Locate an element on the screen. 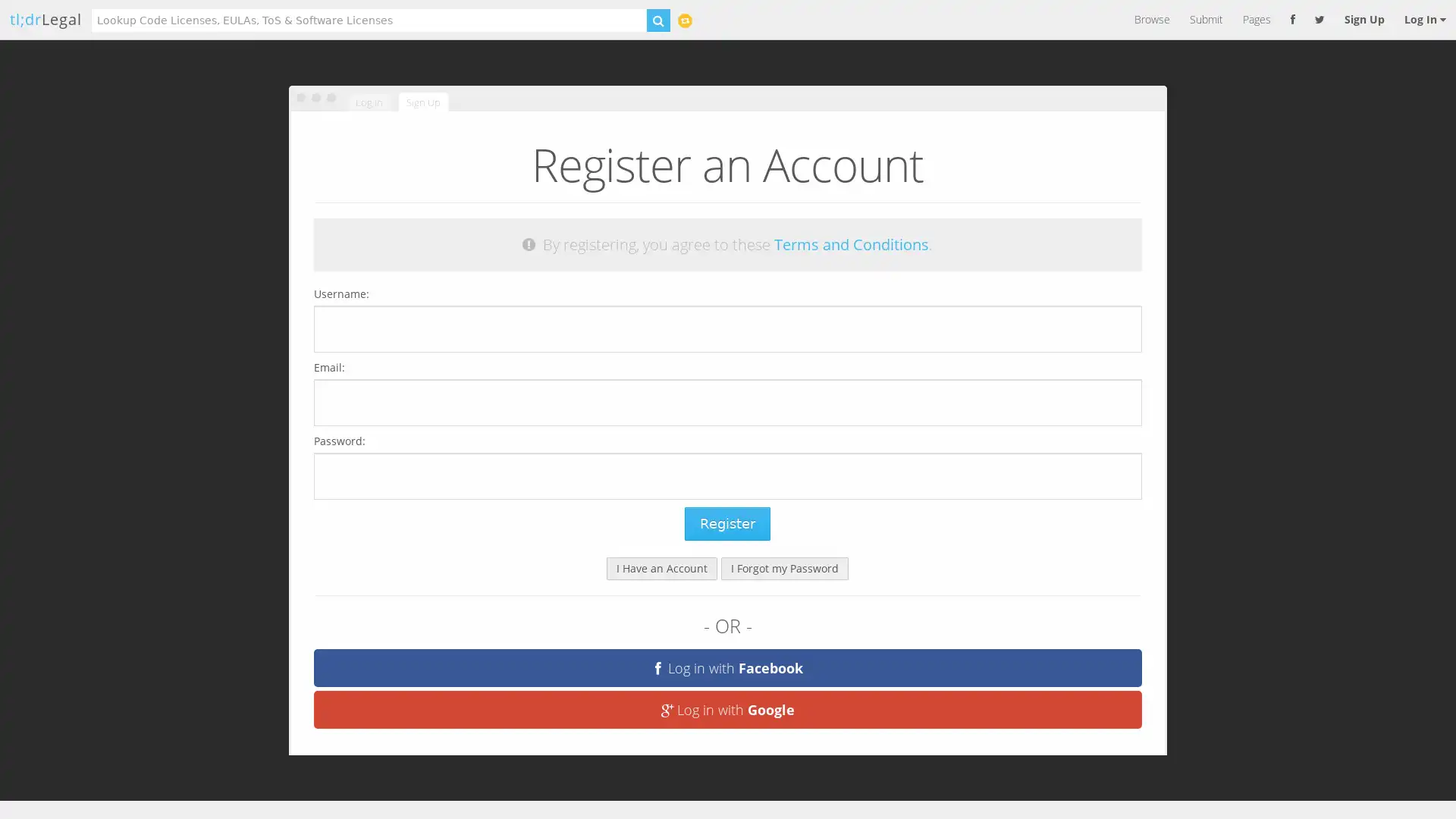 This screenshot has width=1456, height=819. Register is located at coordinates (726, 522).